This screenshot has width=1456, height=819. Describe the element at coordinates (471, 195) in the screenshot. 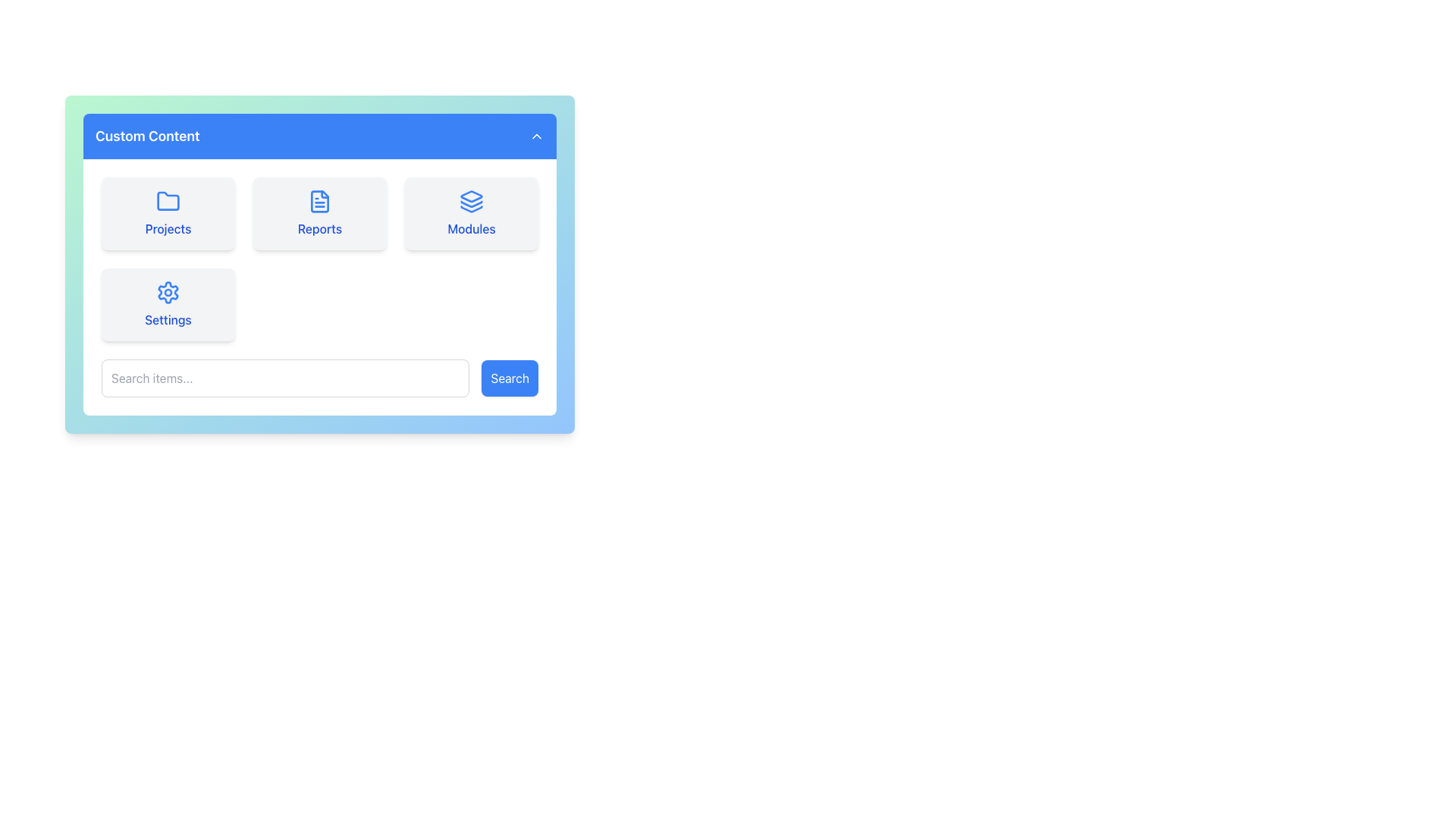

I see `the 'Modules' icon located in the third square button in the upper panel for navigation` at that location.